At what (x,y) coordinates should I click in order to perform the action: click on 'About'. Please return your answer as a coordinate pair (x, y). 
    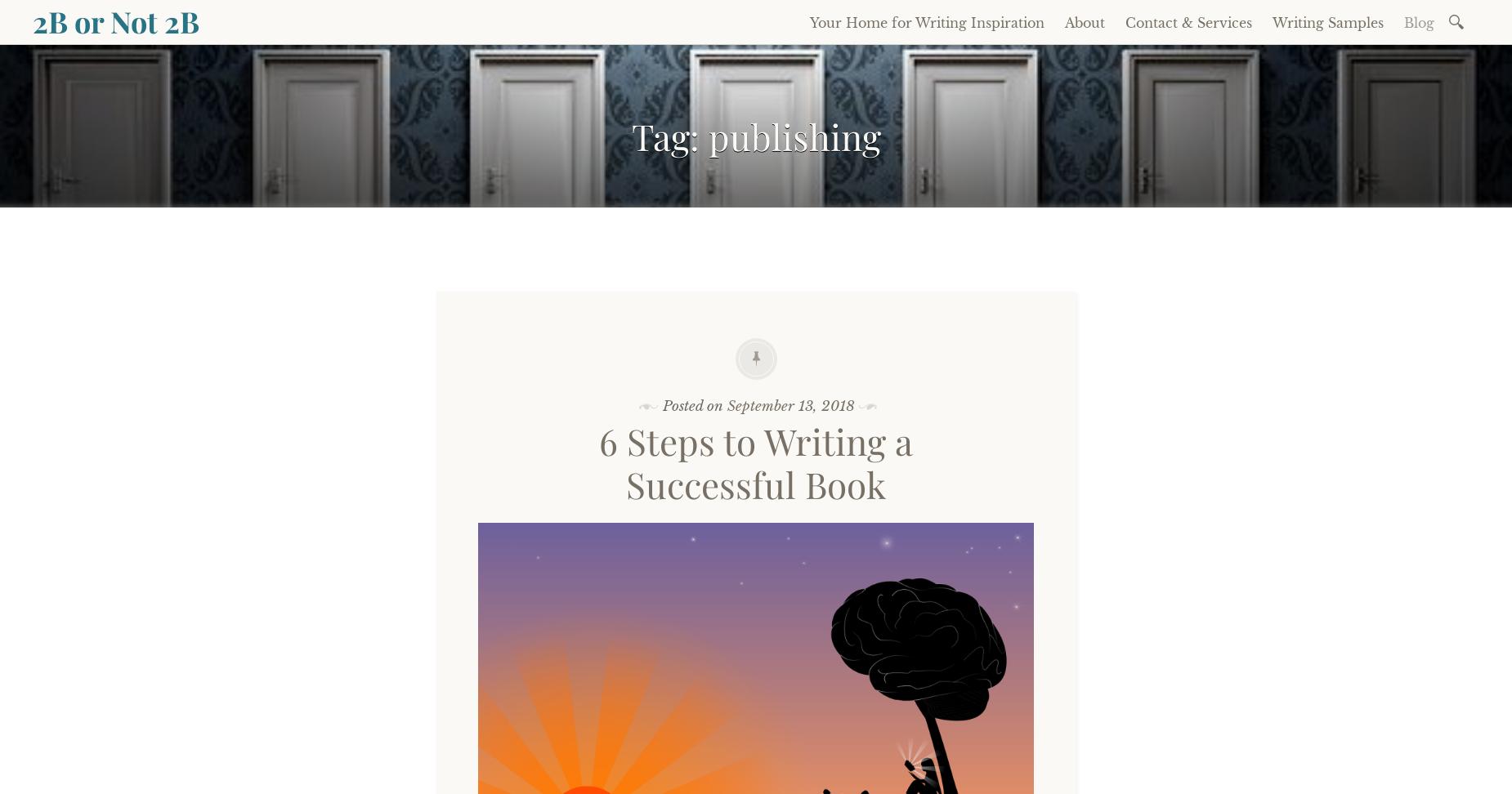
    Looking at the image, I should click on (1084, 22).